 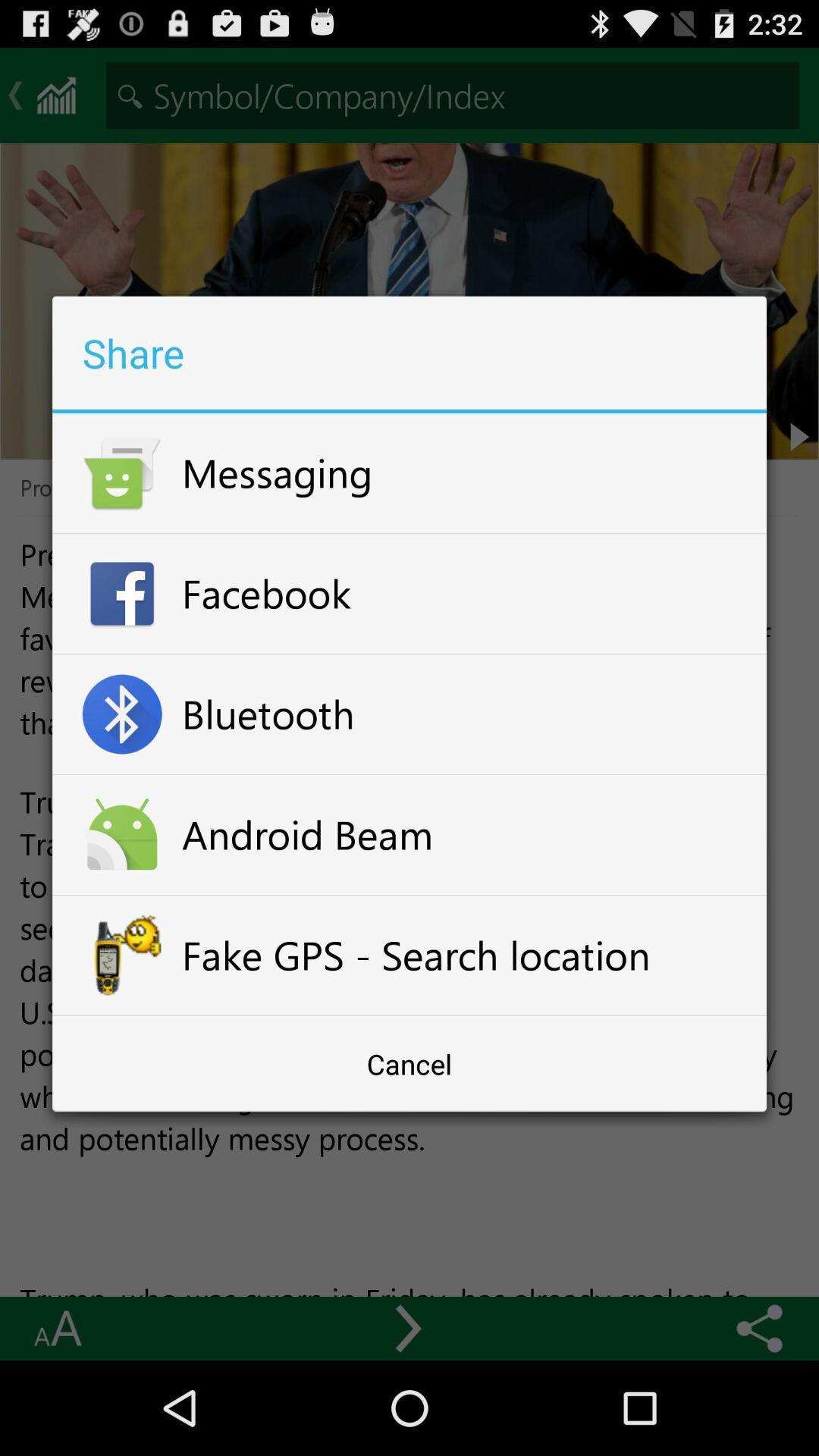 What do you see at coordinates (409, 1063) in the screenshot?
I see `cancel at the bottom` at bounding box center [409, 1063].